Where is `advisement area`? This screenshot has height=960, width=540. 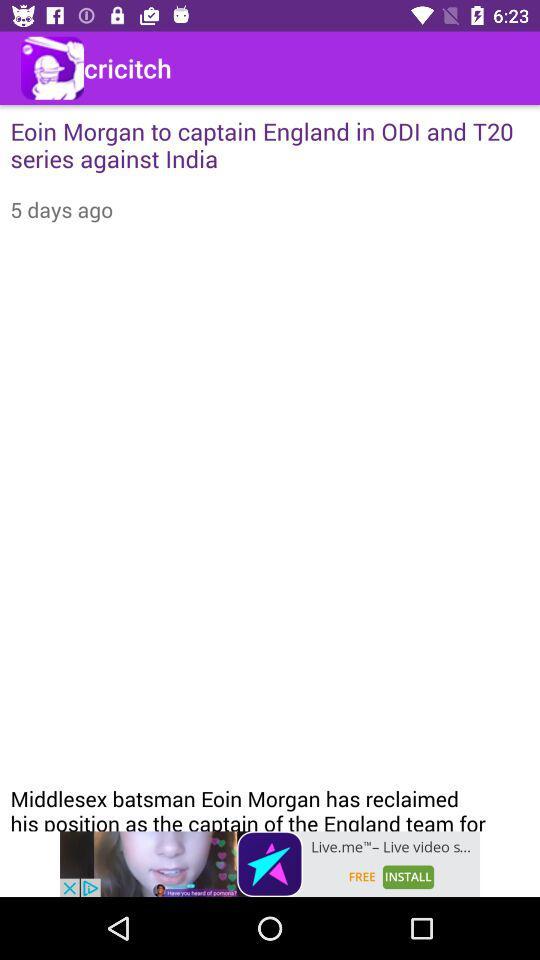
advisement area is located at coordinates (270, 863).